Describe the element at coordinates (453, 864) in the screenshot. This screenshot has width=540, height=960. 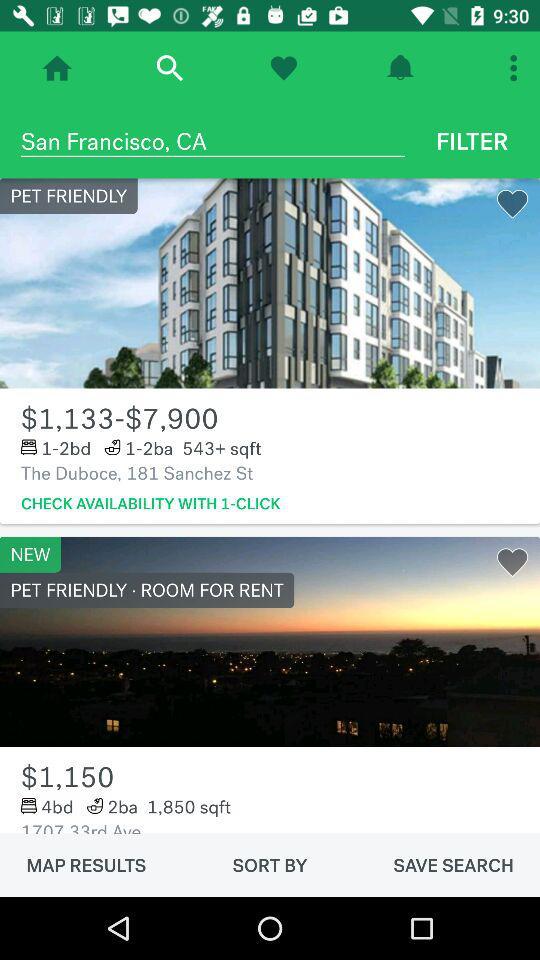
I see `icon to the right of the sort by` at that location.